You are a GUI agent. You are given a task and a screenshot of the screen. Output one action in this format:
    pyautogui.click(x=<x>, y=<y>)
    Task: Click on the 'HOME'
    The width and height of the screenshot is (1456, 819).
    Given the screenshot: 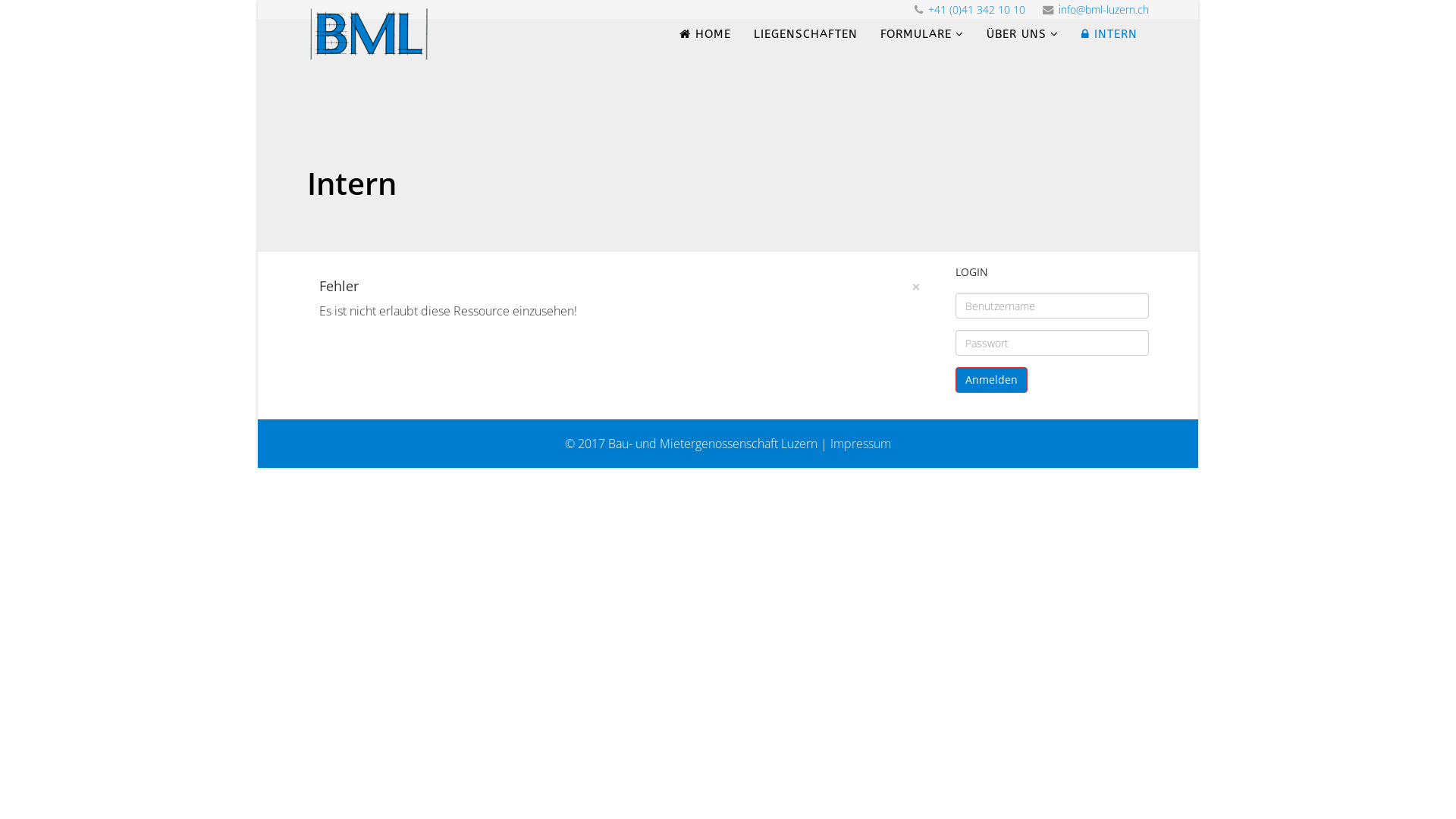 What is the action you would take?
    pyautogui.click(x=704, y=34)
    